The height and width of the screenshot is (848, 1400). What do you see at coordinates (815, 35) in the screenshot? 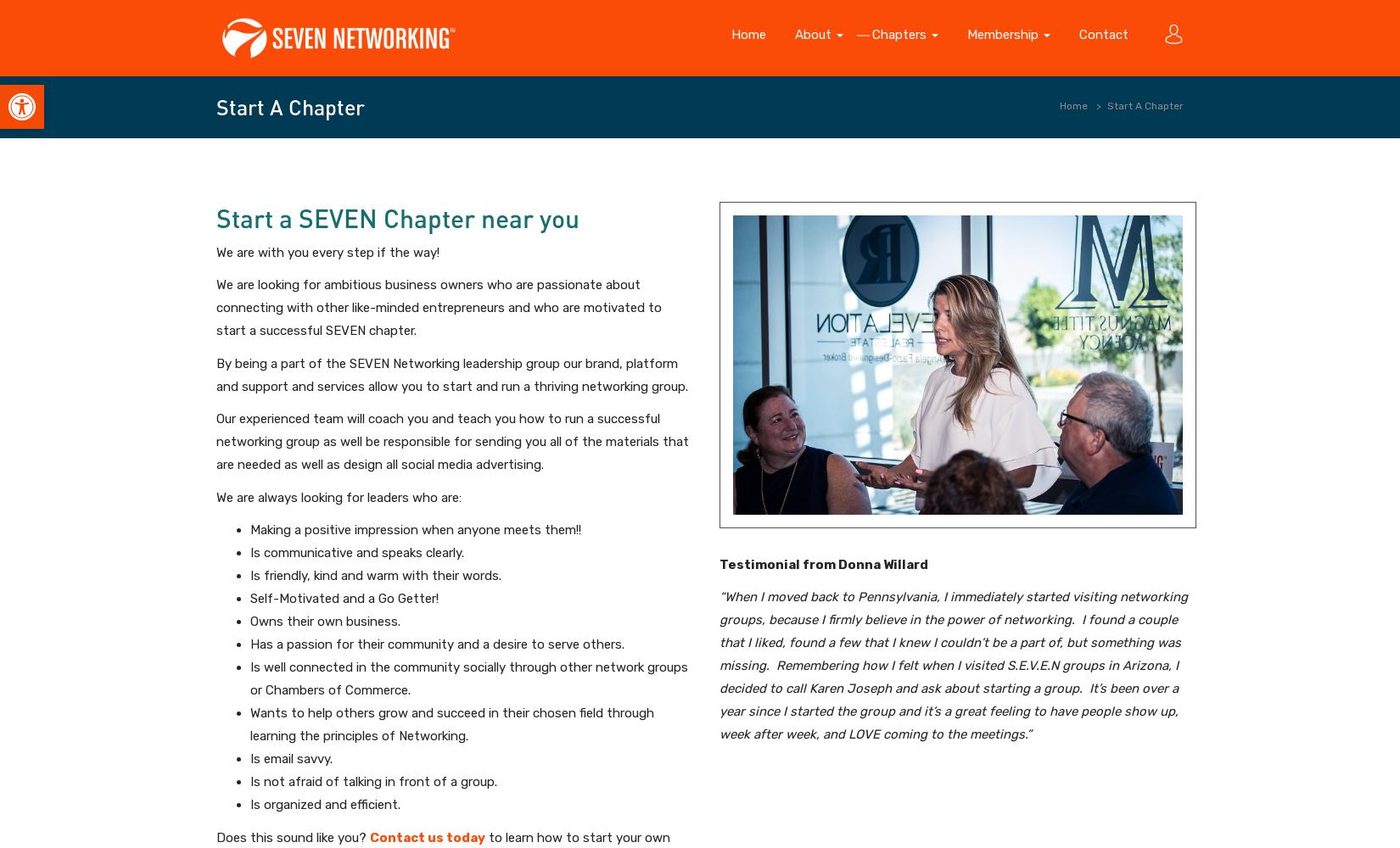
I see `'About'` at bounding box center [815, 35].